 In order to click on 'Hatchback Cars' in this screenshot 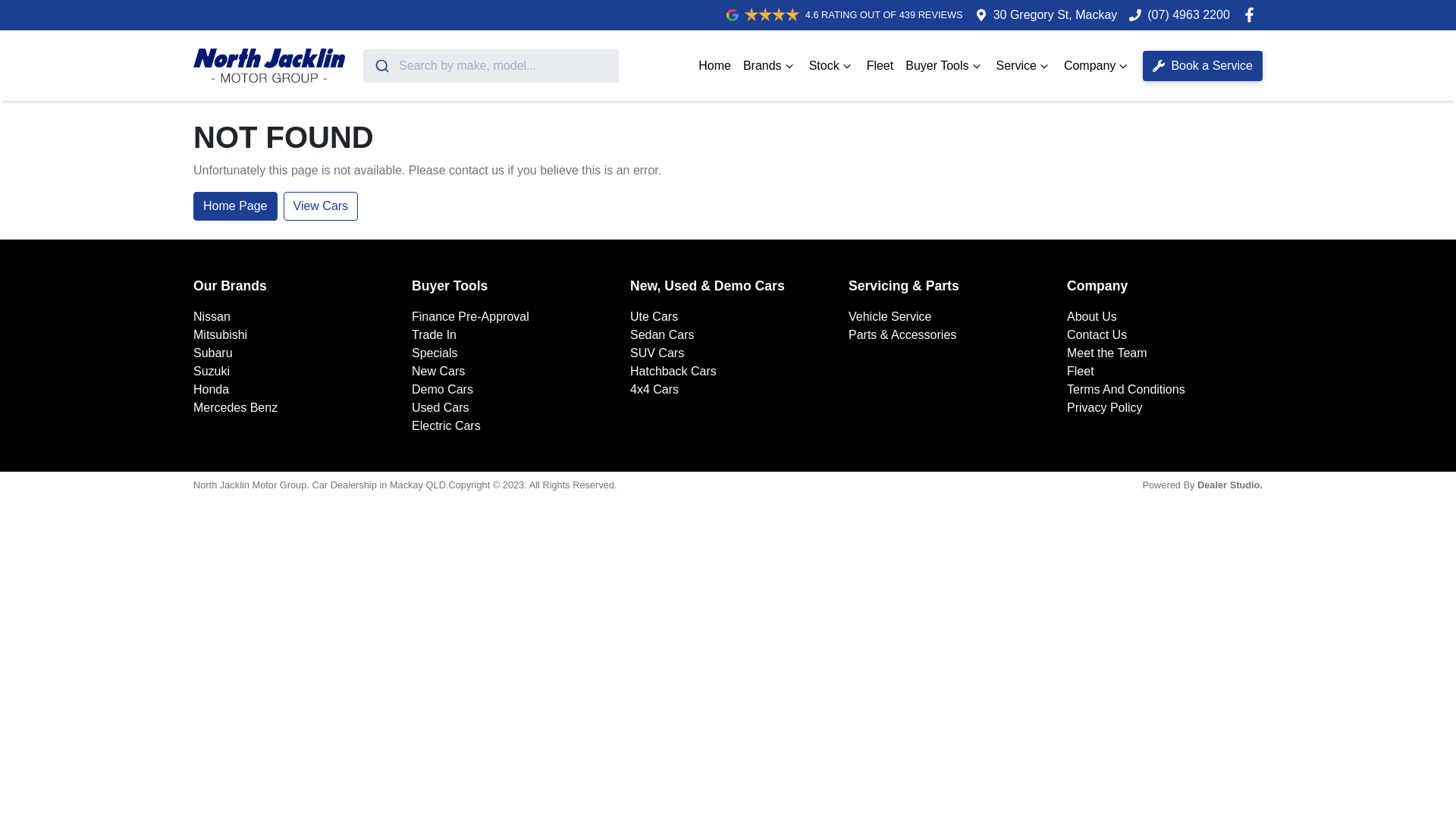, I will do `click(673, 371)`.